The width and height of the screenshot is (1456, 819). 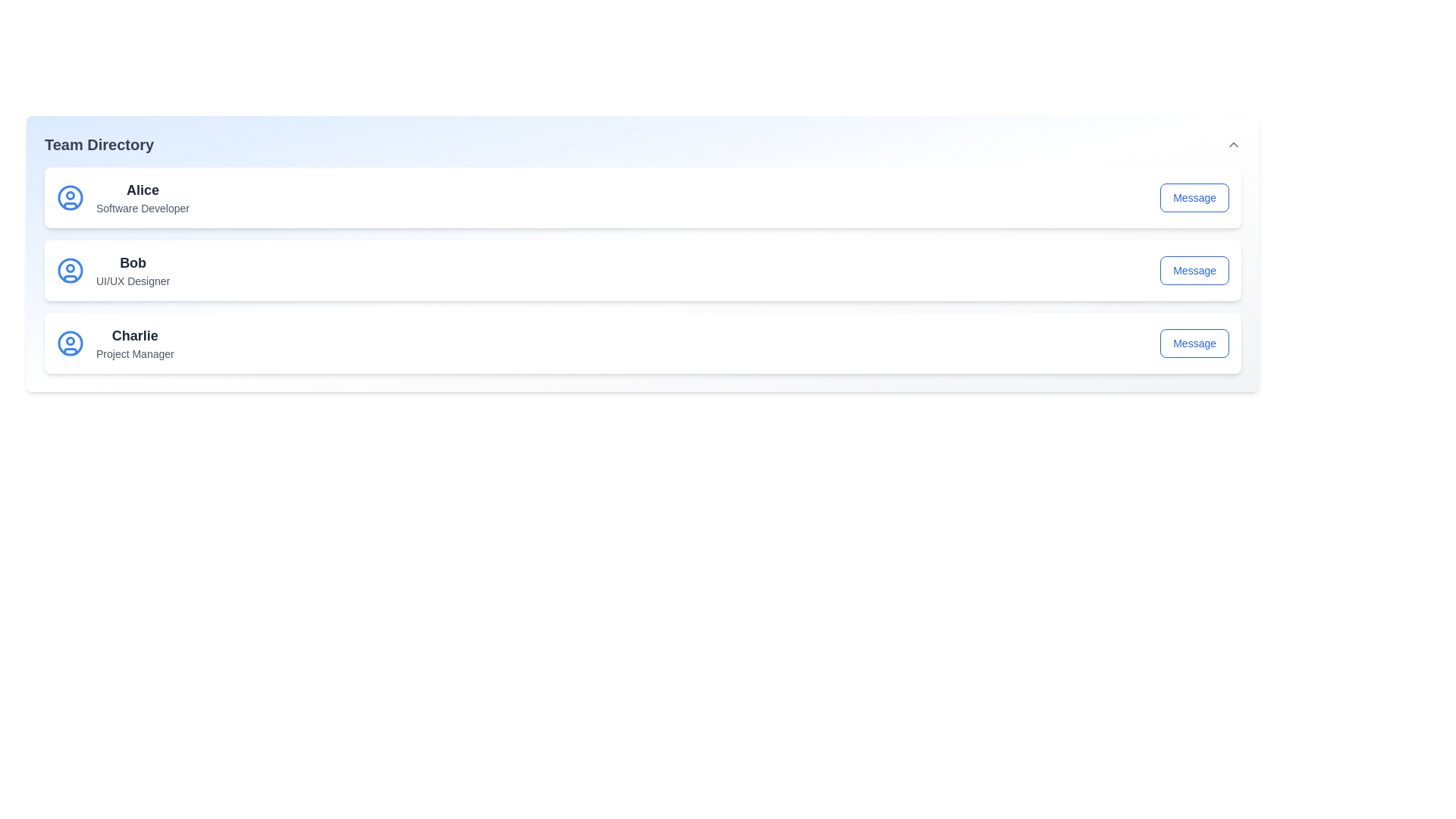 I want to click on the button that initiates a messaging interaction with the individual named 'Bob', so click(x=1194, y=270).